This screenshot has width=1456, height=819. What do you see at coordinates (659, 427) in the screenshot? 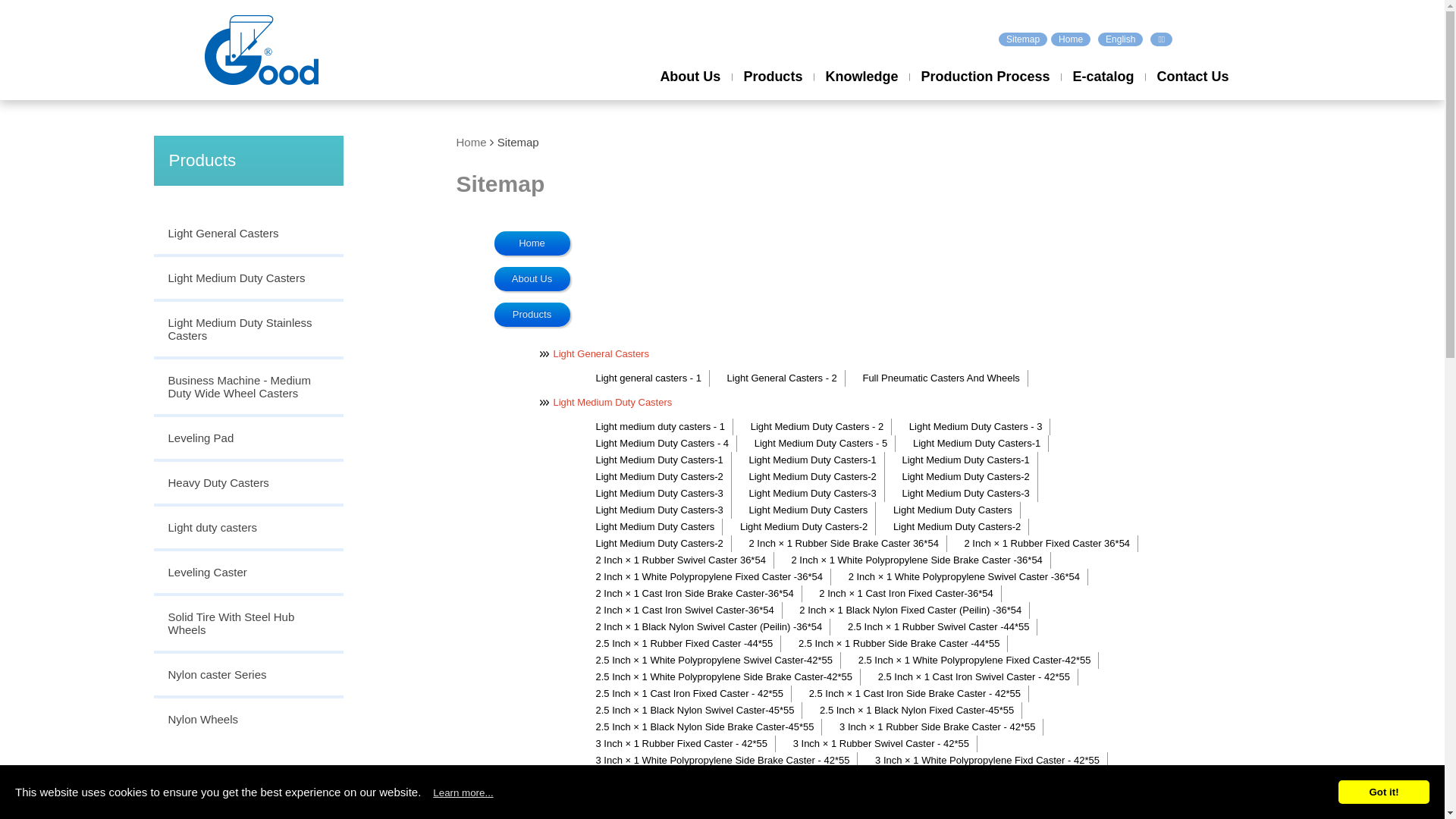
I see `'Light medium duty casters - 1'` at bounding box center [659, 427].